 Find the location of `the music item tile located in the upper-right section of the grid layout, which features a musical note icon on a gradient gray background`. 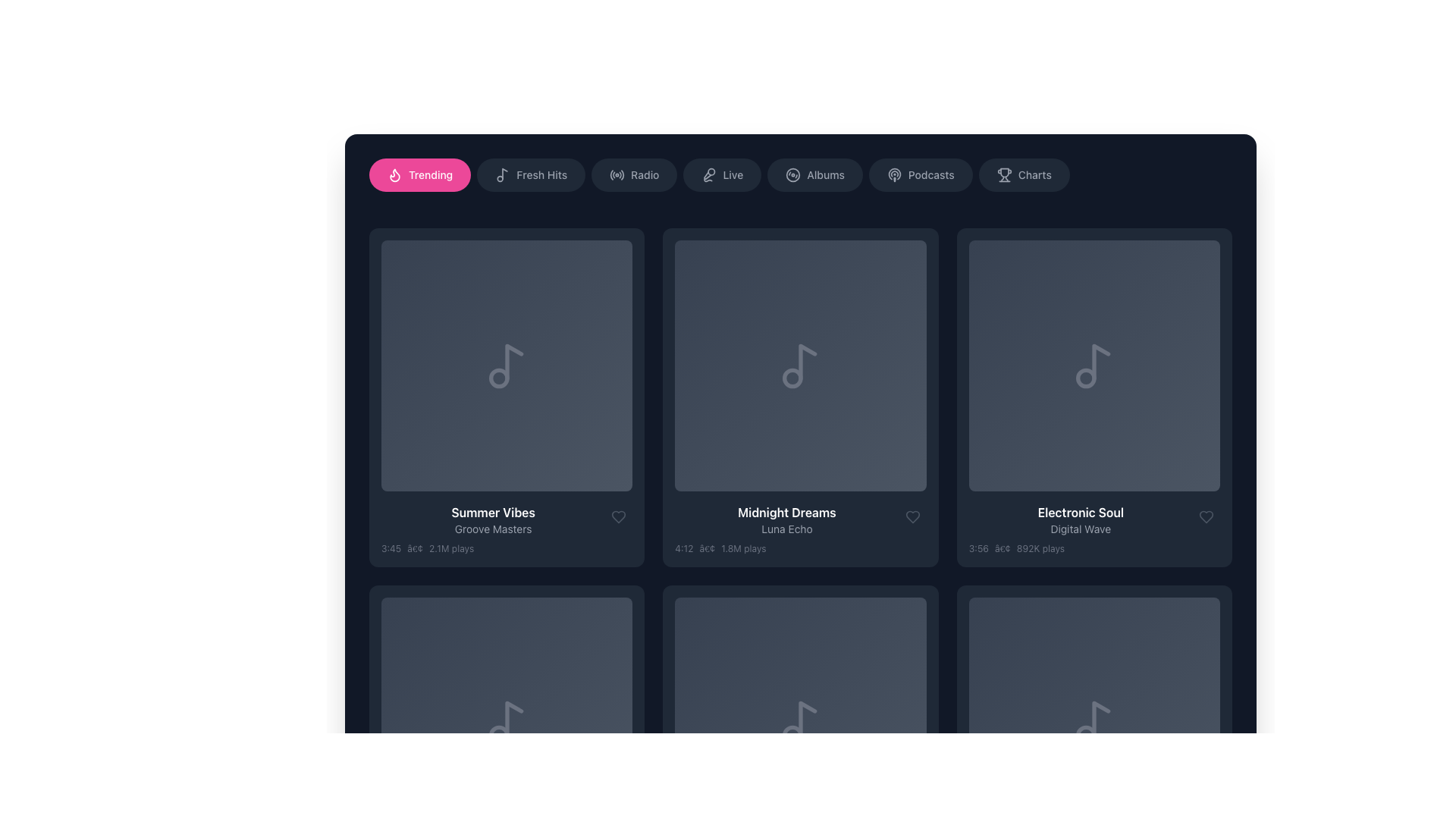

the music item tile located in the upper-right section of the grid layout, which features a musical note icon on a gradient gray background is located at coordinates (1094, 366).